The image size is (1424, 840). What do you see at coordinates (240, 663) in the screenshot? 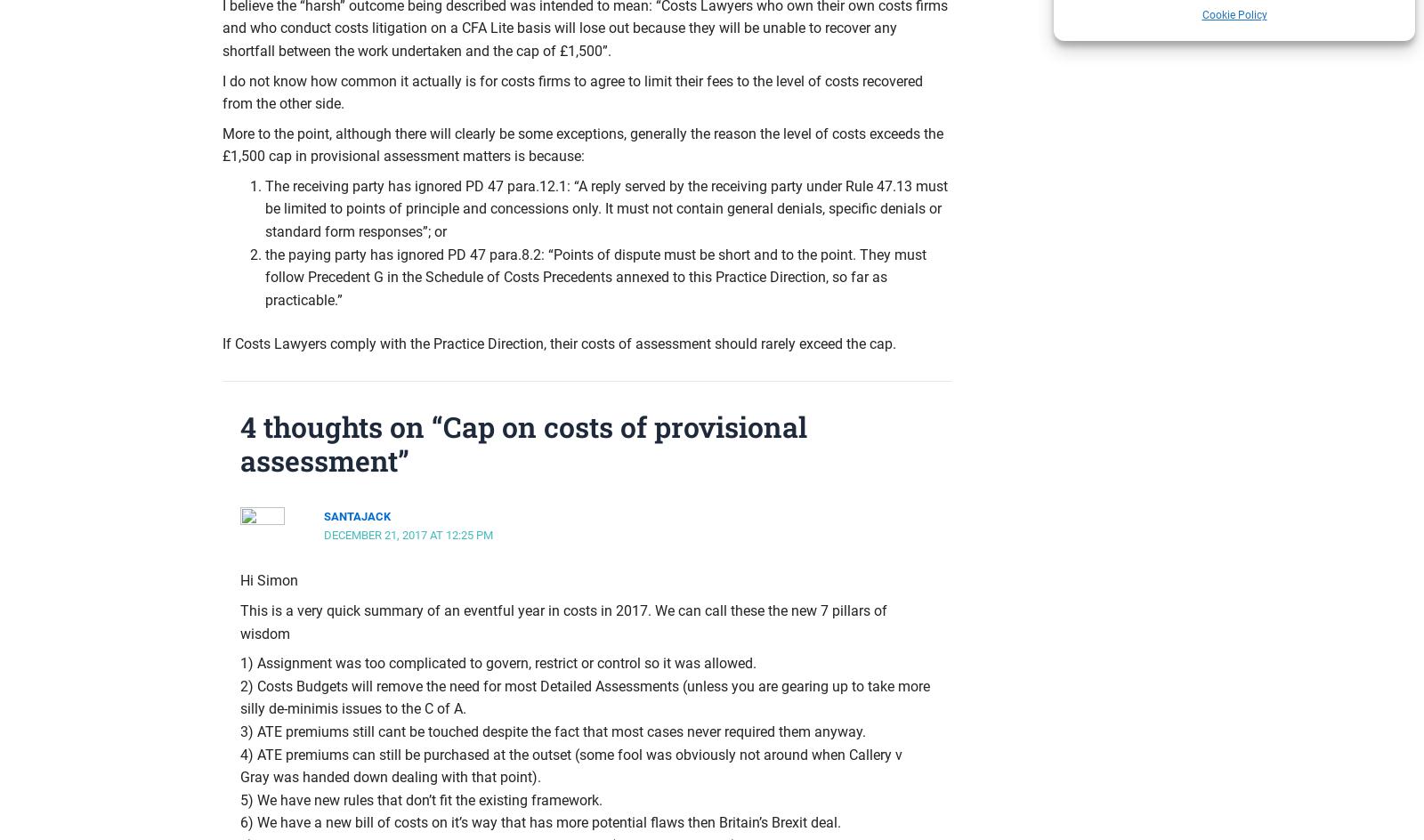
I see `'1) Assignment was too complicated to govern, restrict or control so it was allowed.'` at bounding box center [240, 663].